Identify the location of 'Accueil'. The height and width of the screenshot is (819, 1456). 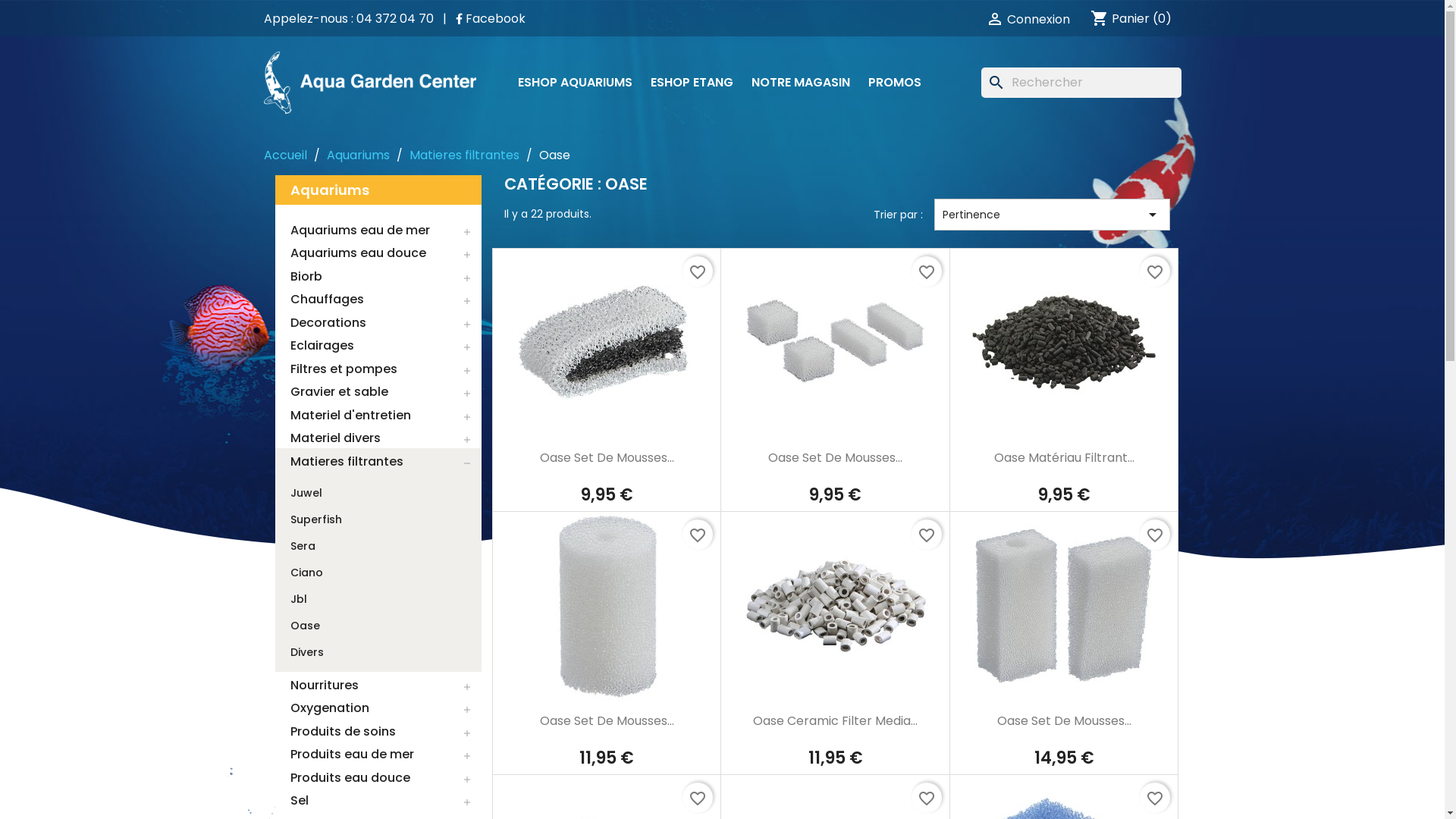
(285, 155).